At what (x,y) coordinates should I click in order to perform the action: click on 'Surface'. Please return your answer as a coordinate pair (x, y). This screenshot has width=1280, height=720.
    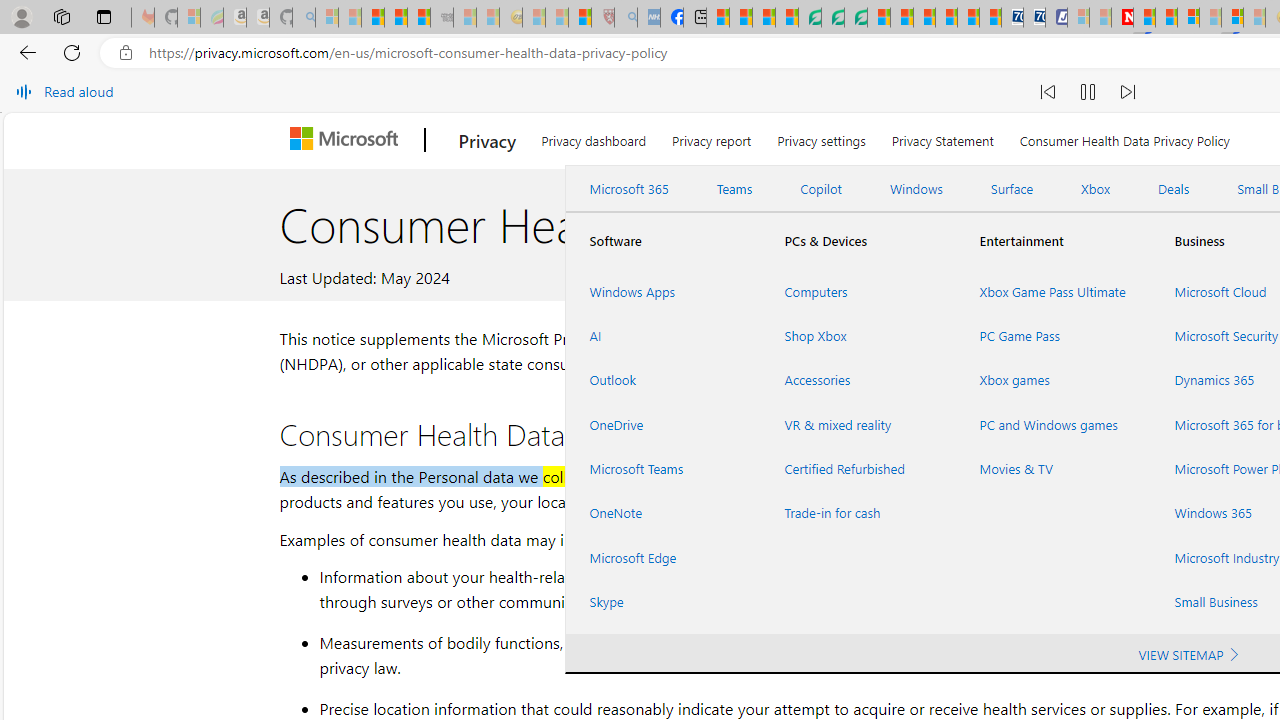
    Looking at the image, I should click on (1012, 189).